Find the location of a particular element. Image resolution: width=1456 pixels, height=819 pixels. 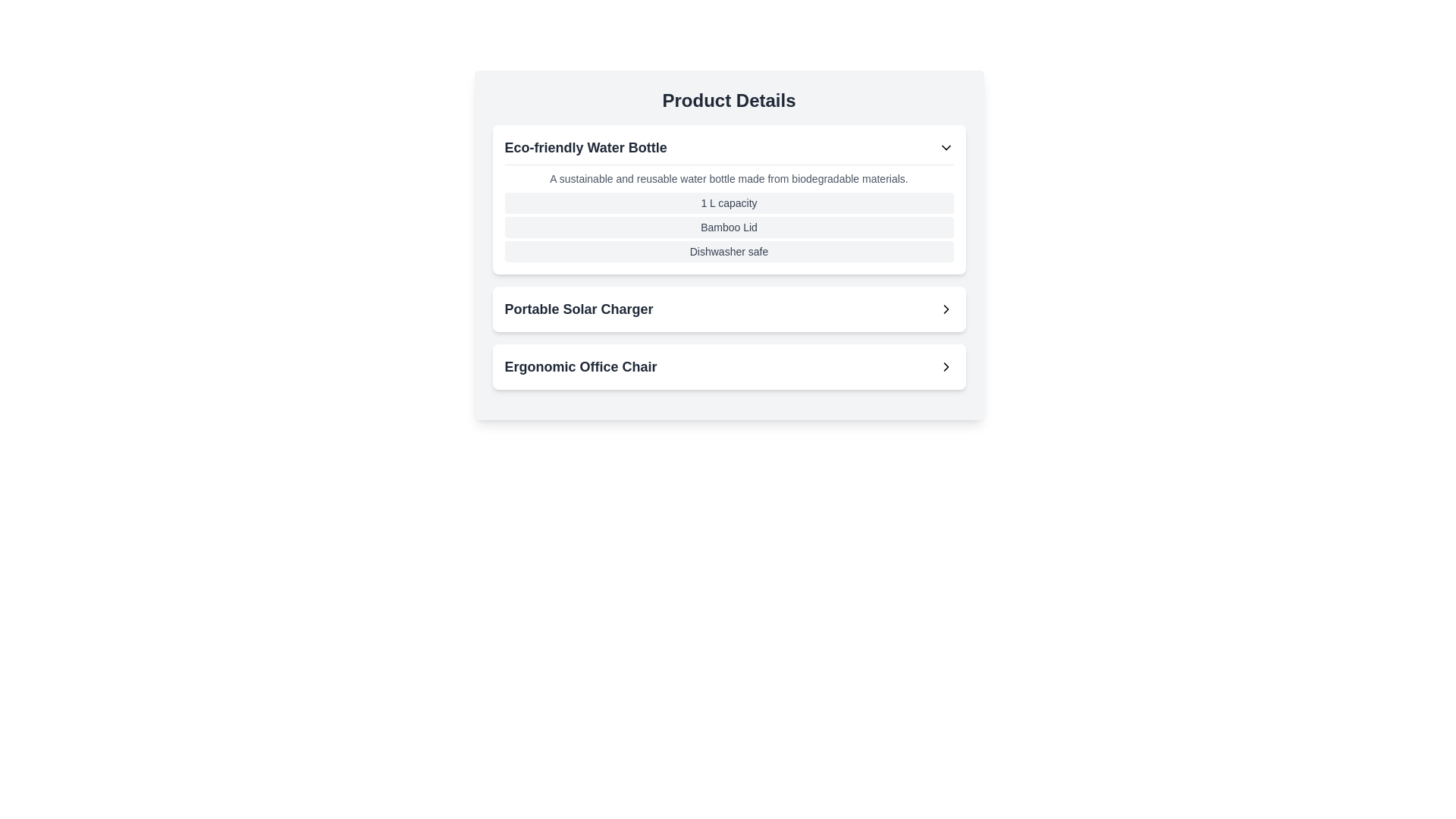

the text label that reads 'A sustainable and reusable water bottle made from biodegradable materials.' located beneath the 'Eco-friendly Water Bottle' heading in the 'Product Details' section is located at coordinates (729, 177).